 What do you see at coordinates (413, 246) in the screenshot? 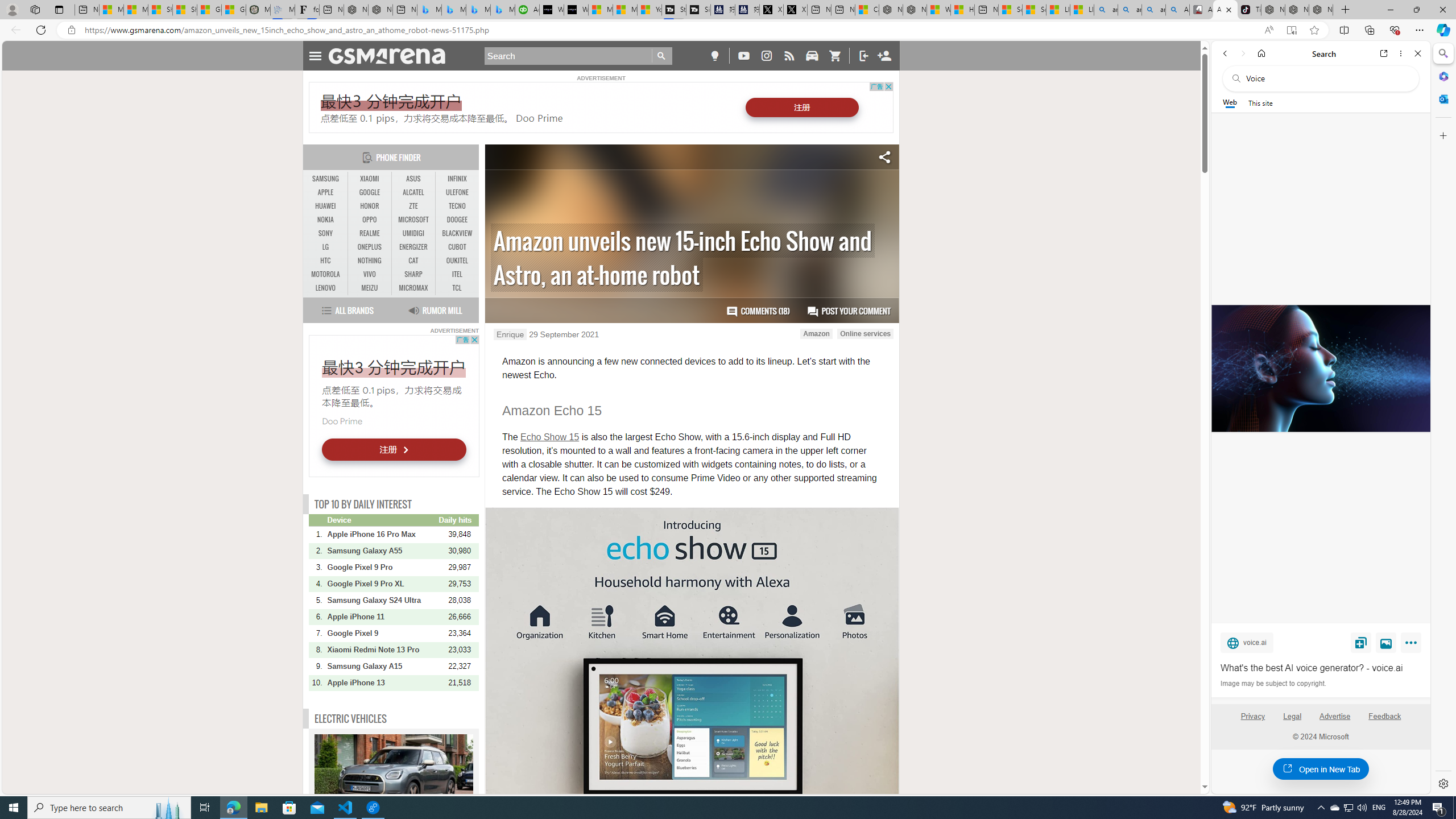
I see `'ENERGIZER'` at bounding box center [413, 246].